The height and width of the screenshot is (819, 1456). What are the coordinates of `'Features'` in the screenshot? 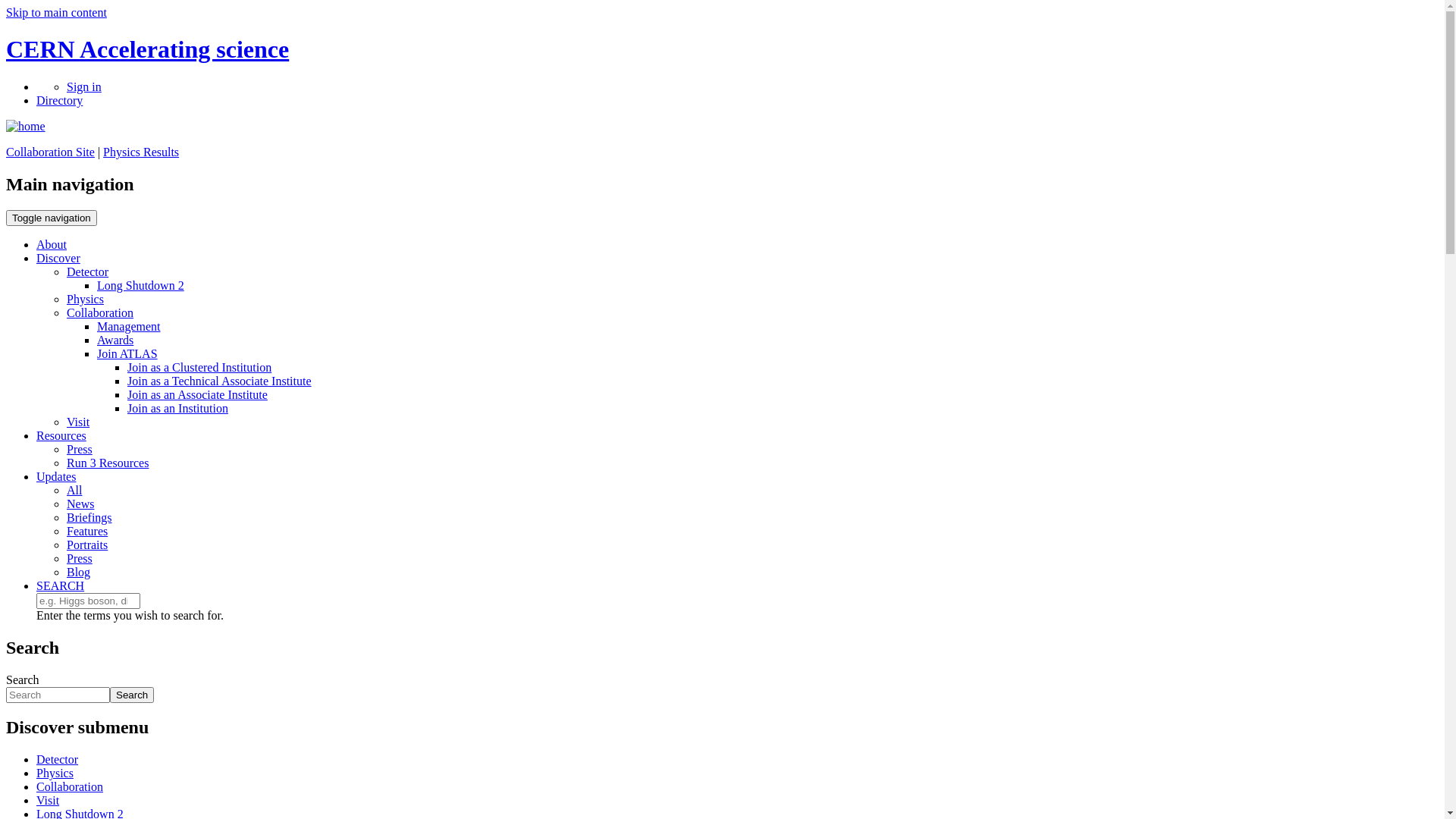 It's located at (65, 530).